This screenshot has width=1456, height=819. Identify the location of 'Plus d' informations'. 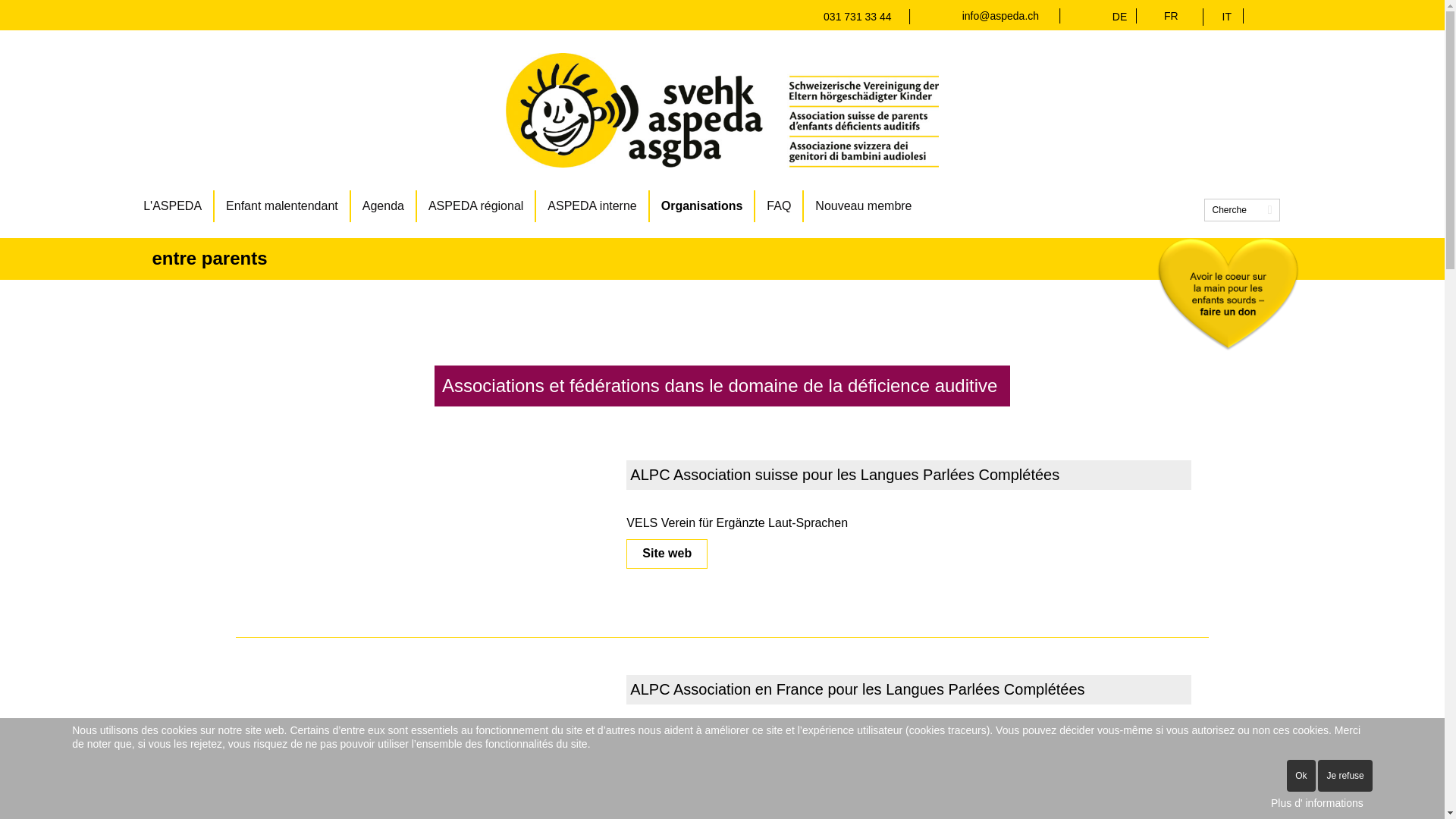
(1316, 802).